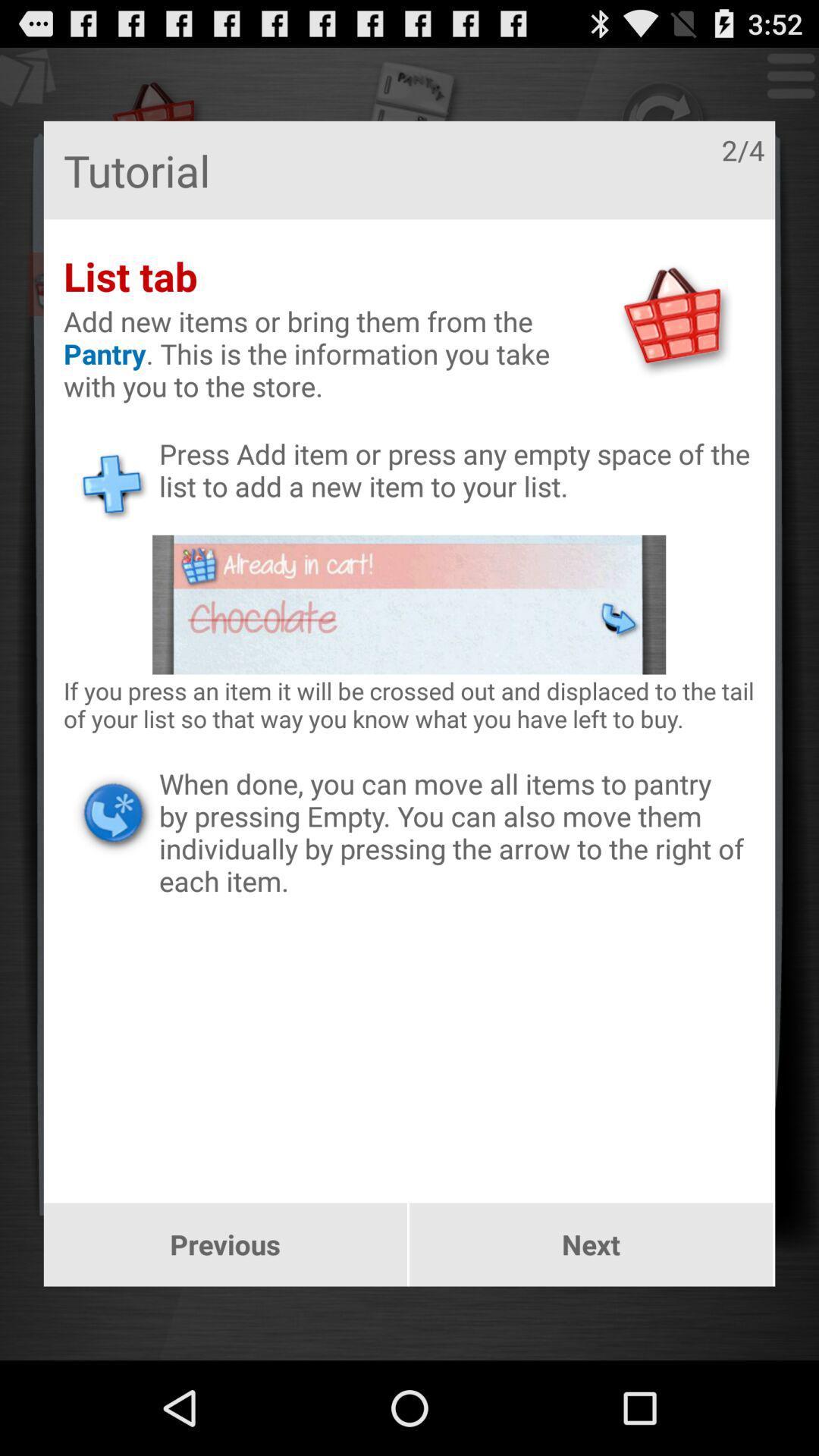 This screenshot has height=1456, width=819. What do you see at coordinates (225, 1244) in the screenshot?
I see `previous` at bounding box center [225, 1244].